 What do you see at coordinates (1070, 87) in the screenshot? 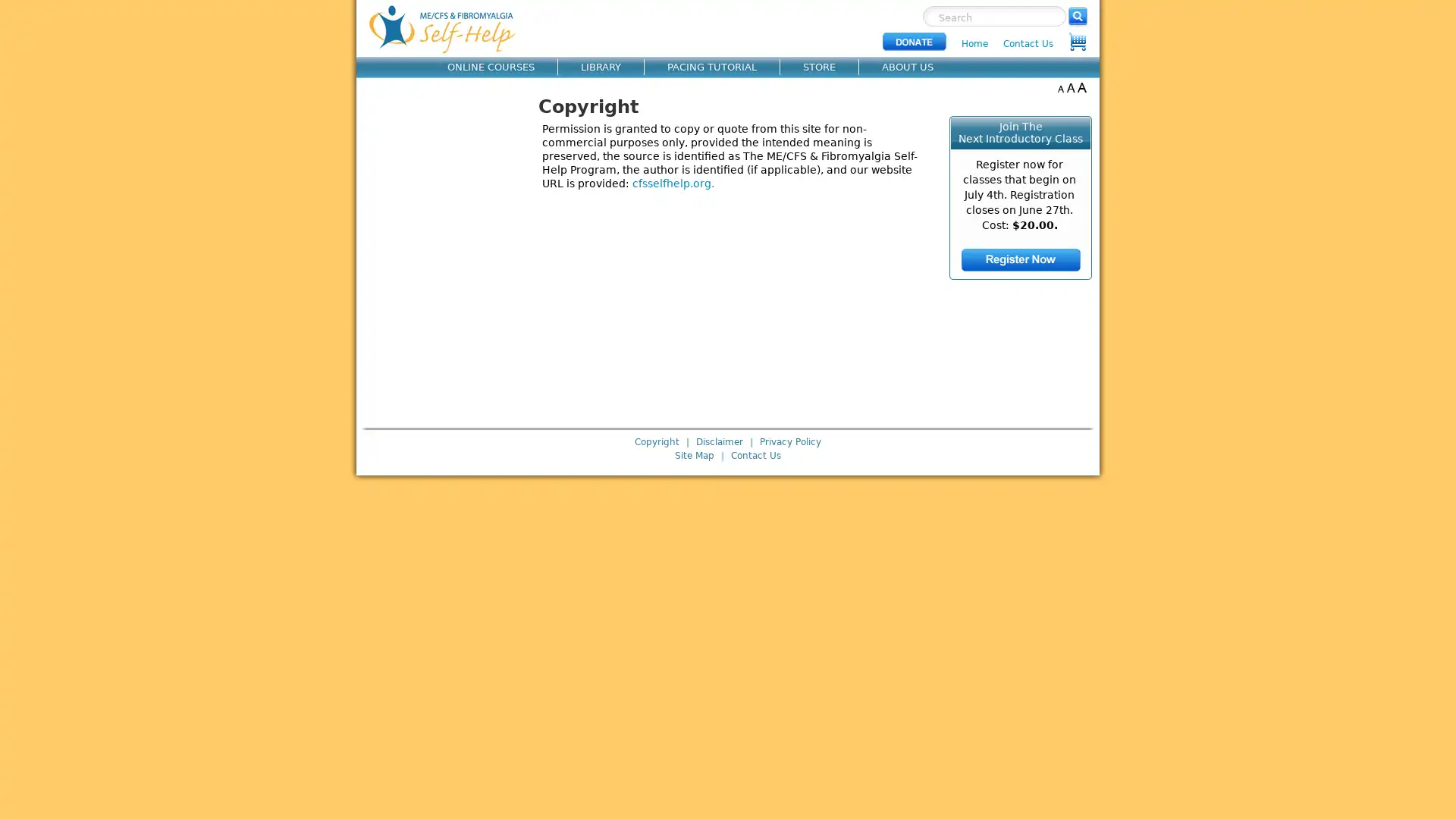
I see `A` at bounding box center [1070, 87].